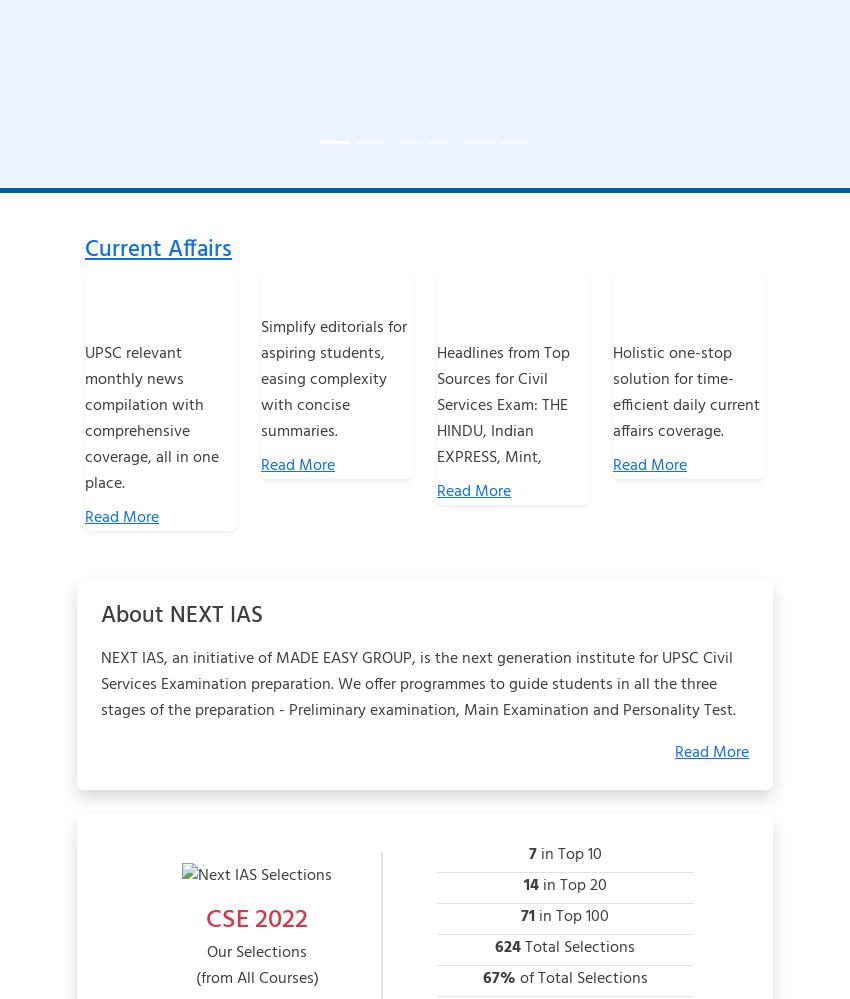 This screenshot has height=999, width=850. What do you see at coordinates (375, 914) in the screenshot?
I see `'Testimonials'` at bounding box center [375, 914].